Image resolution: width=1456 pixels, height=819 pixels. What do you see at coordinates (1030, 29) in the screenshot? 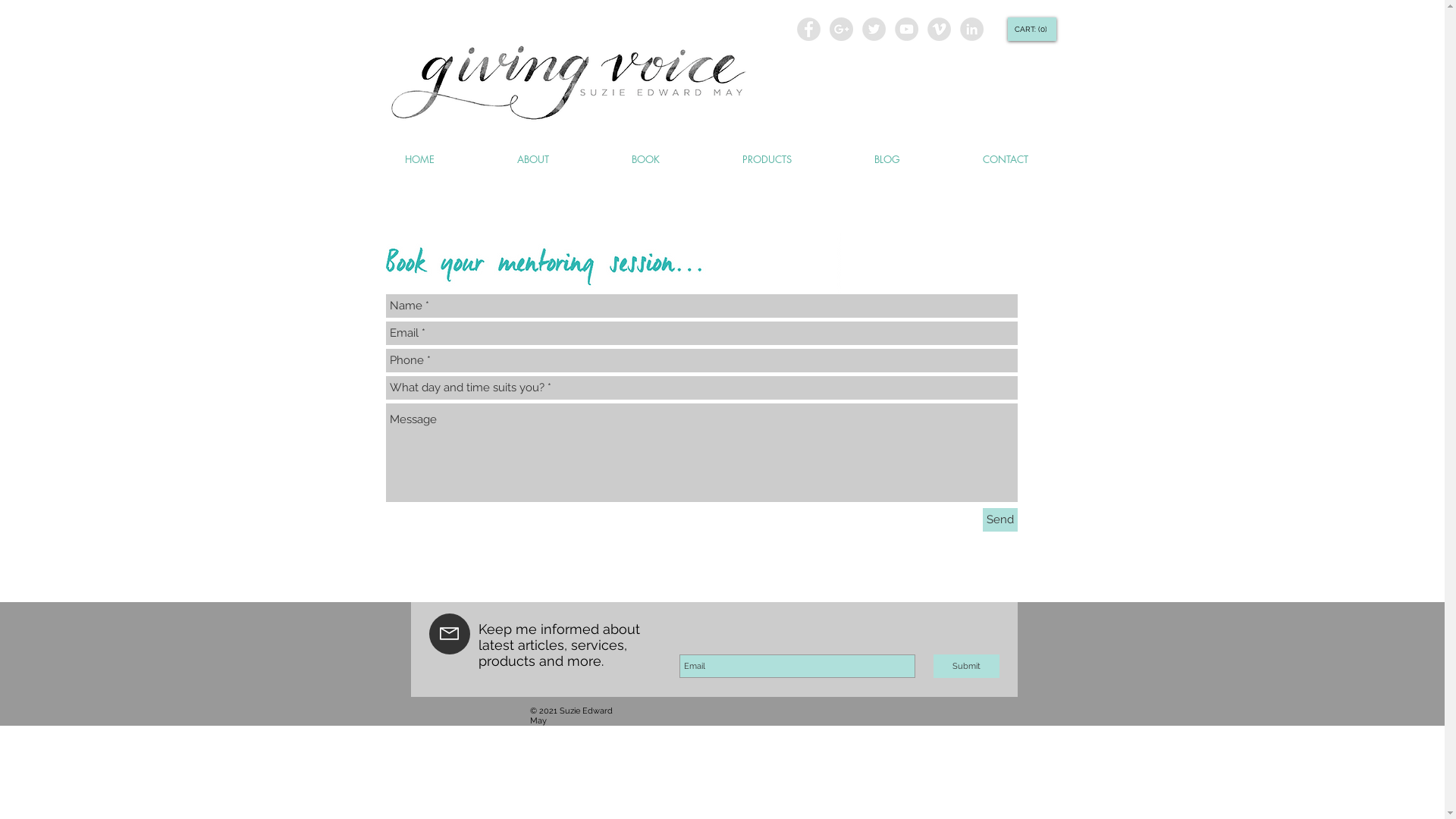
I see `'CART: (0)'` at bounding box center [1030, 29].